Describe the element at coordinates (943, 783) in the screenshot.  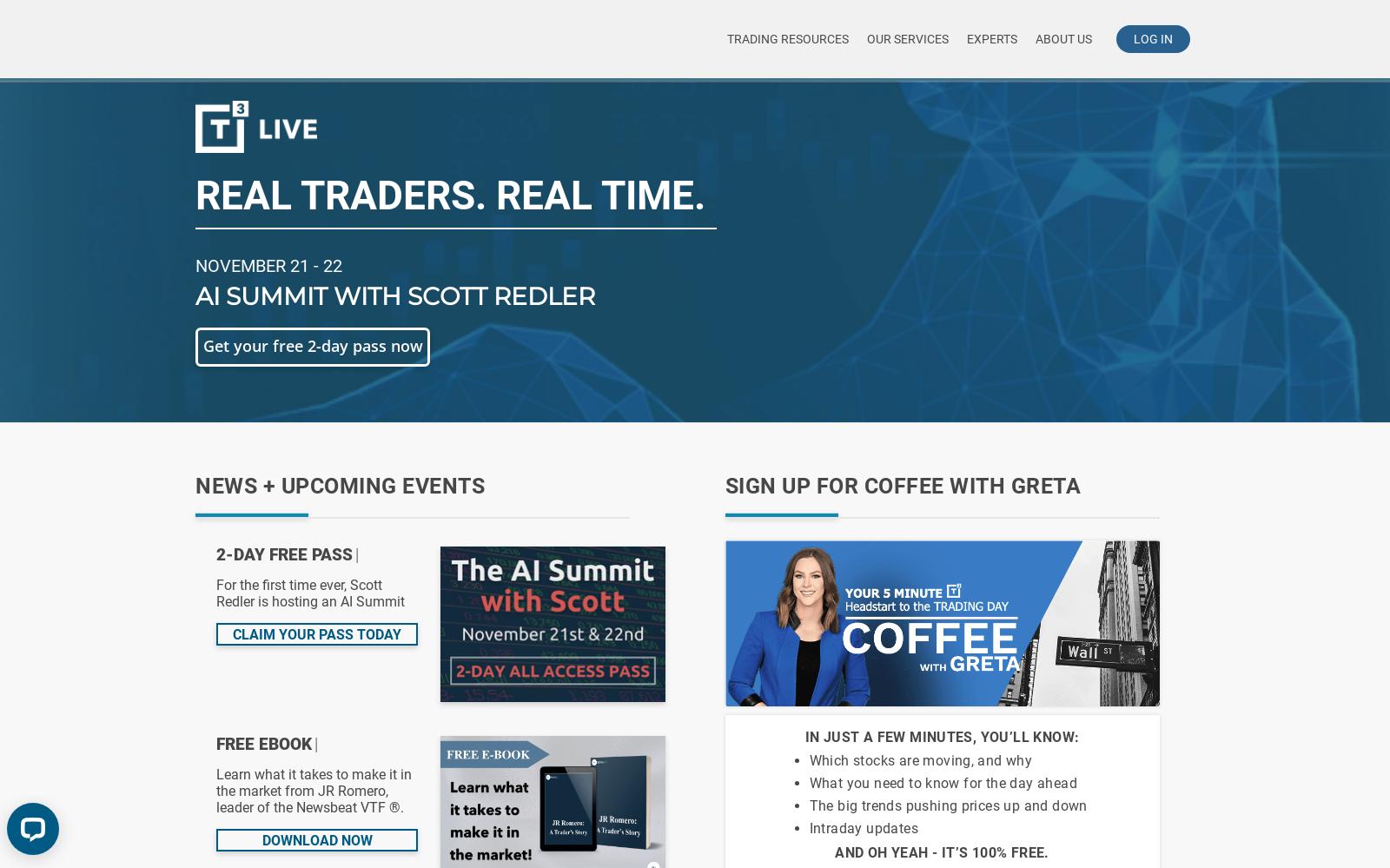
I see `'What you need to know for the day ahead'` at that location.